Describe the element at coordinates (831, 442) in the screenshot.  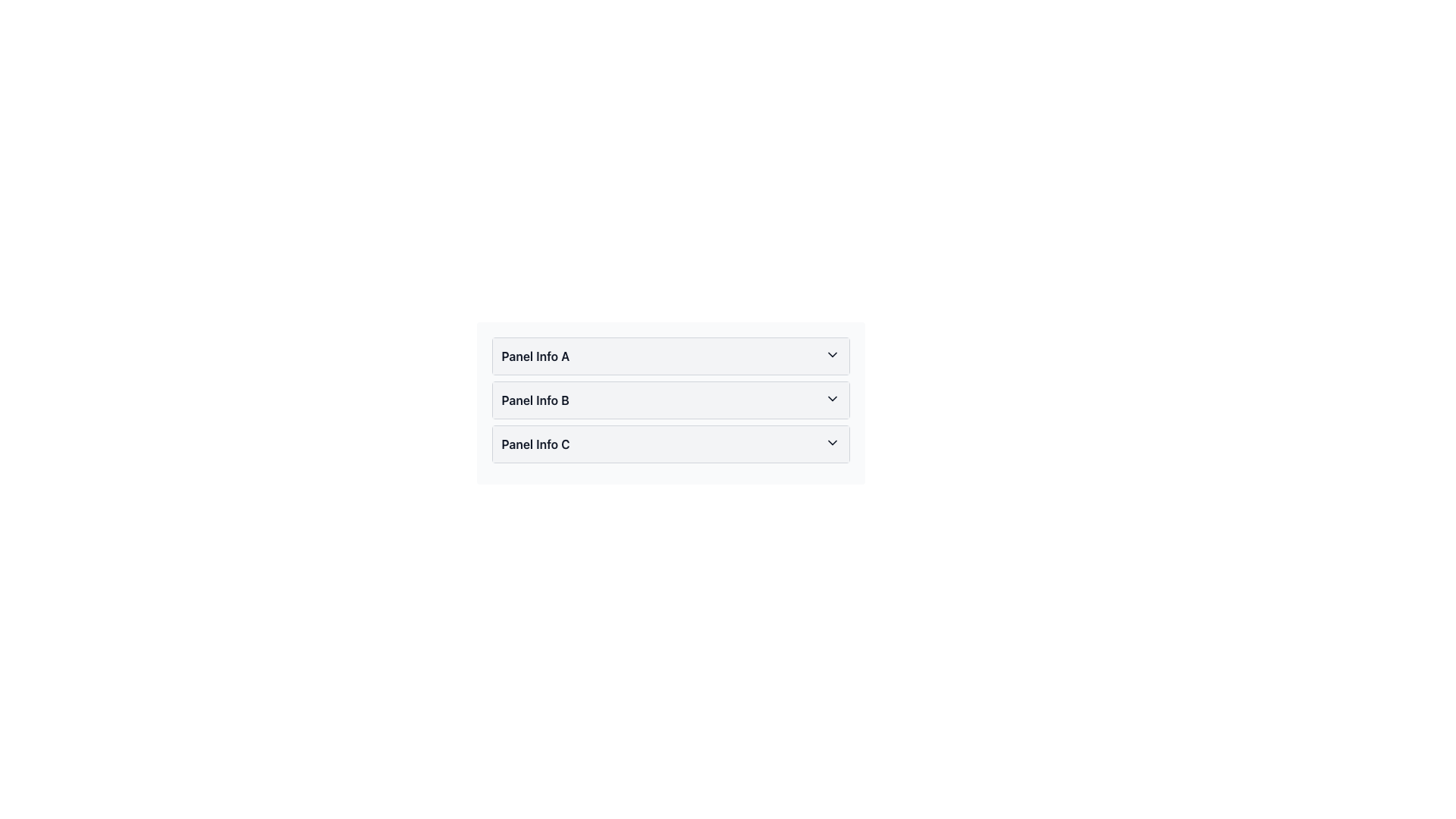
I see `the chevron icon` at that location.